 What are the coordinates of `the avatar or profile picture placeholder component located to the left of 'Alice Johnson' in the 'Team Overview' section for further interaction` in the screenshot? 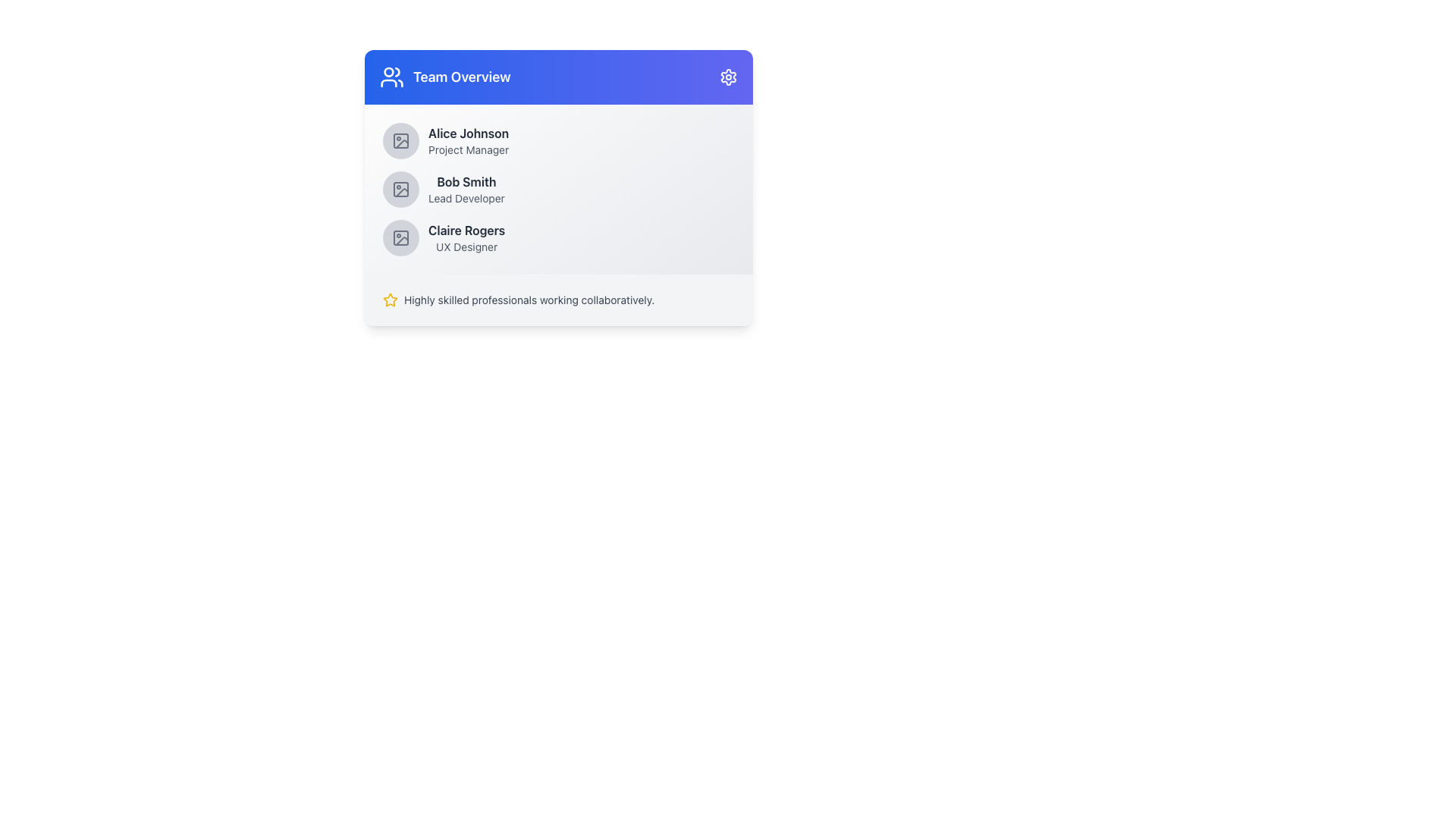 It's located at (400, 140).